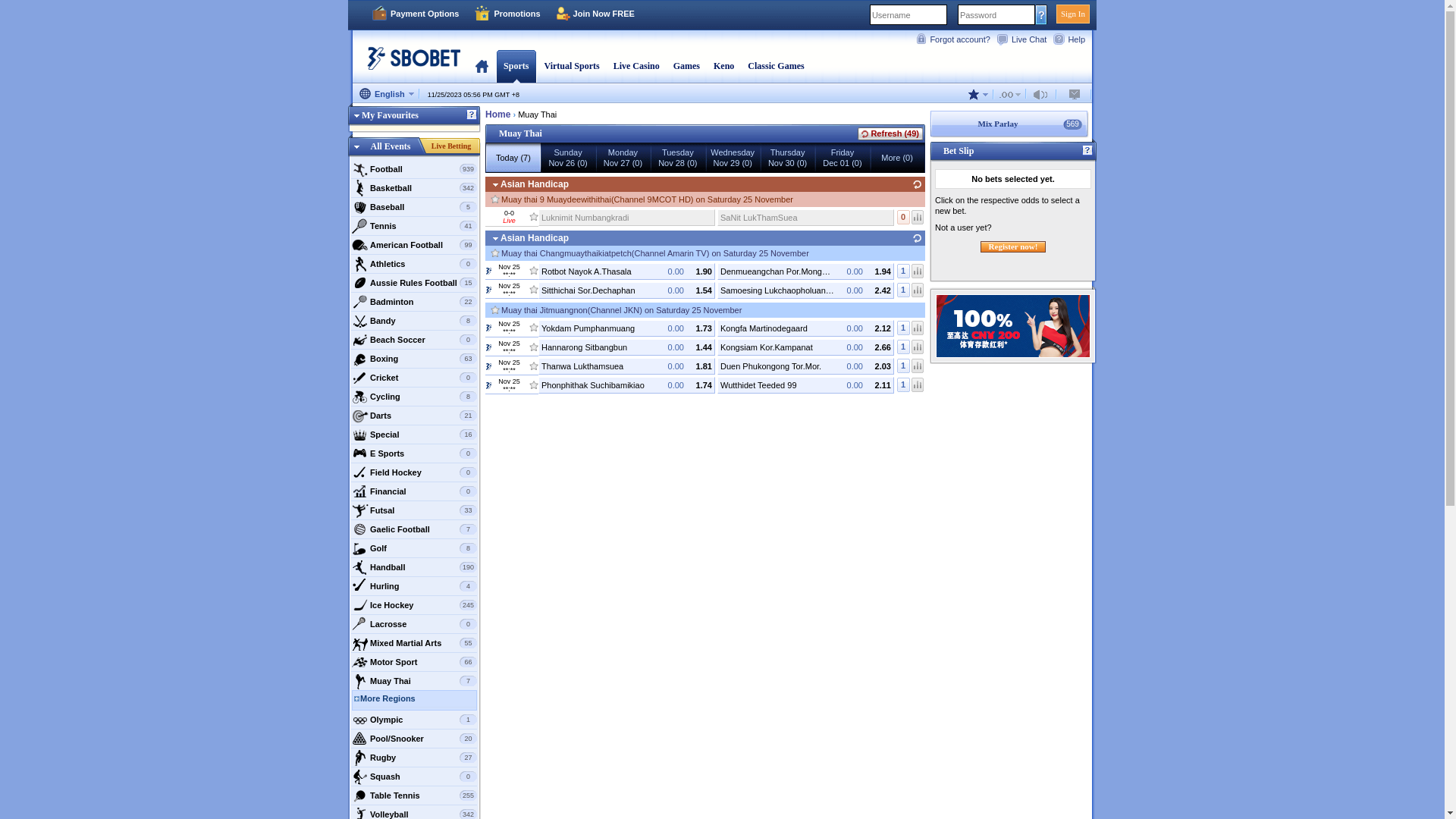 The width and height of the screenshot is (1456, 819). Describe the element at coordinates (414, 548) in the screenshot. I see `'Golf` at that location.